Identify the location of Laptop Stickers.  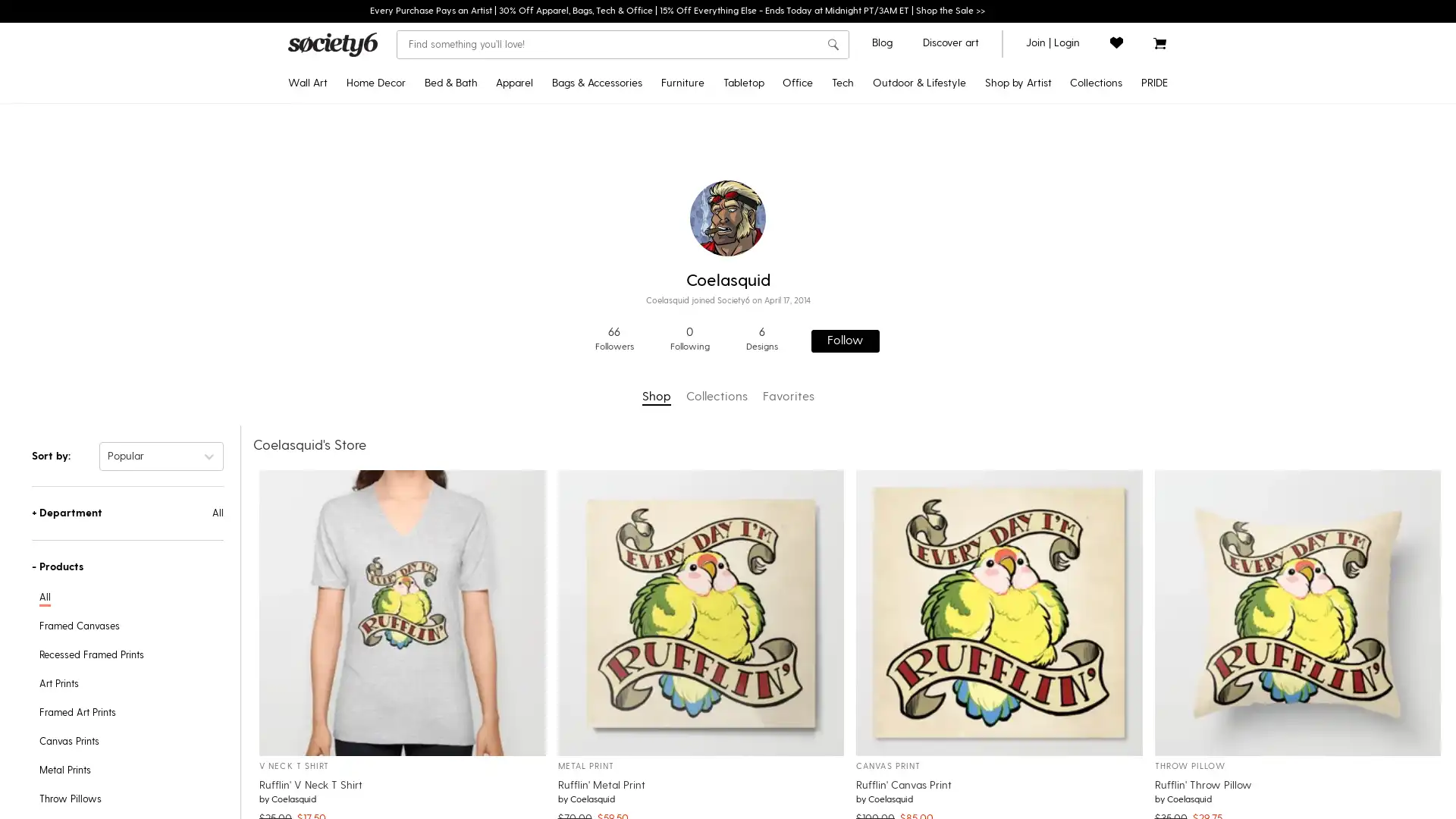
(896, 341).